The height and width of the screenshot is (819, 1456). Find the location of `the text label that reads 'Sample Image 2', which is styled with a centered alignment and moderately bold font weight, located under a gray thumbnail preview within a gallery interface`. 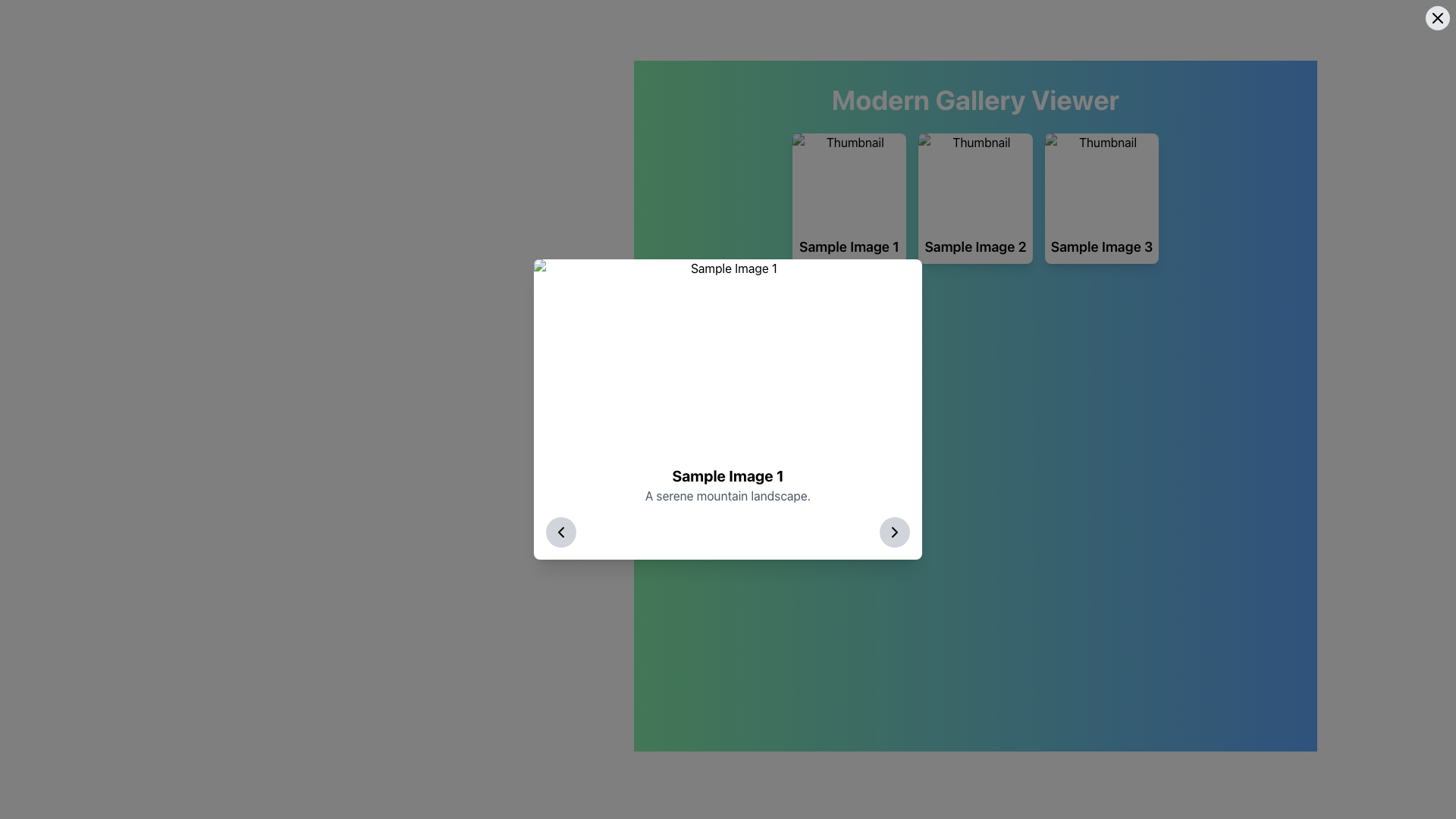

the text label that reads 'Sample Image 2', which is styled with a centered alignment and moderately bold font weight, located under a gray thumbnail preview within a gallery interface is located at coordinates (975, 246).